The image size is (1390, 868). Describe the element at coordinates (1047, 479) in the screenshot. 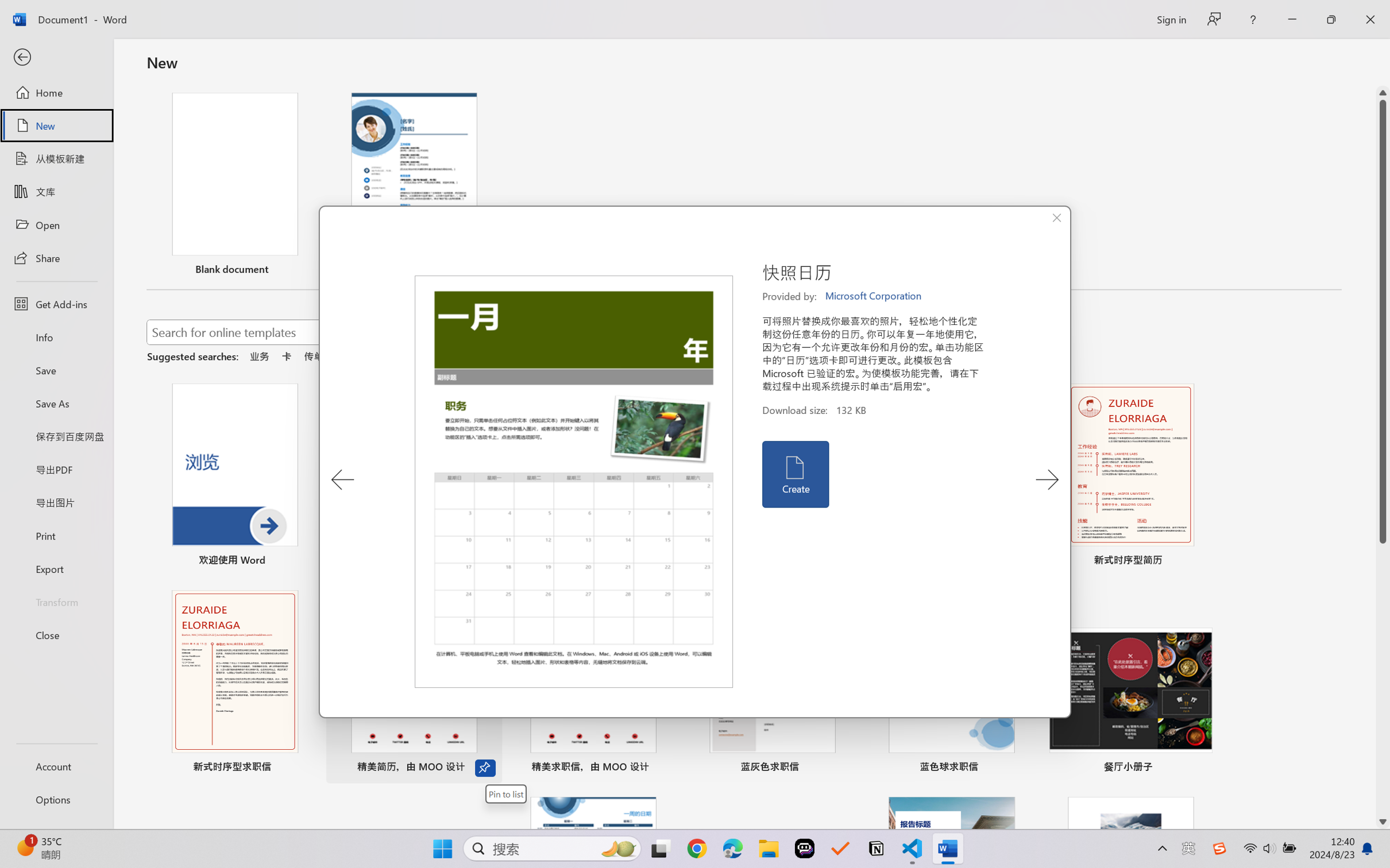

I see `'Next Template'` at that location.